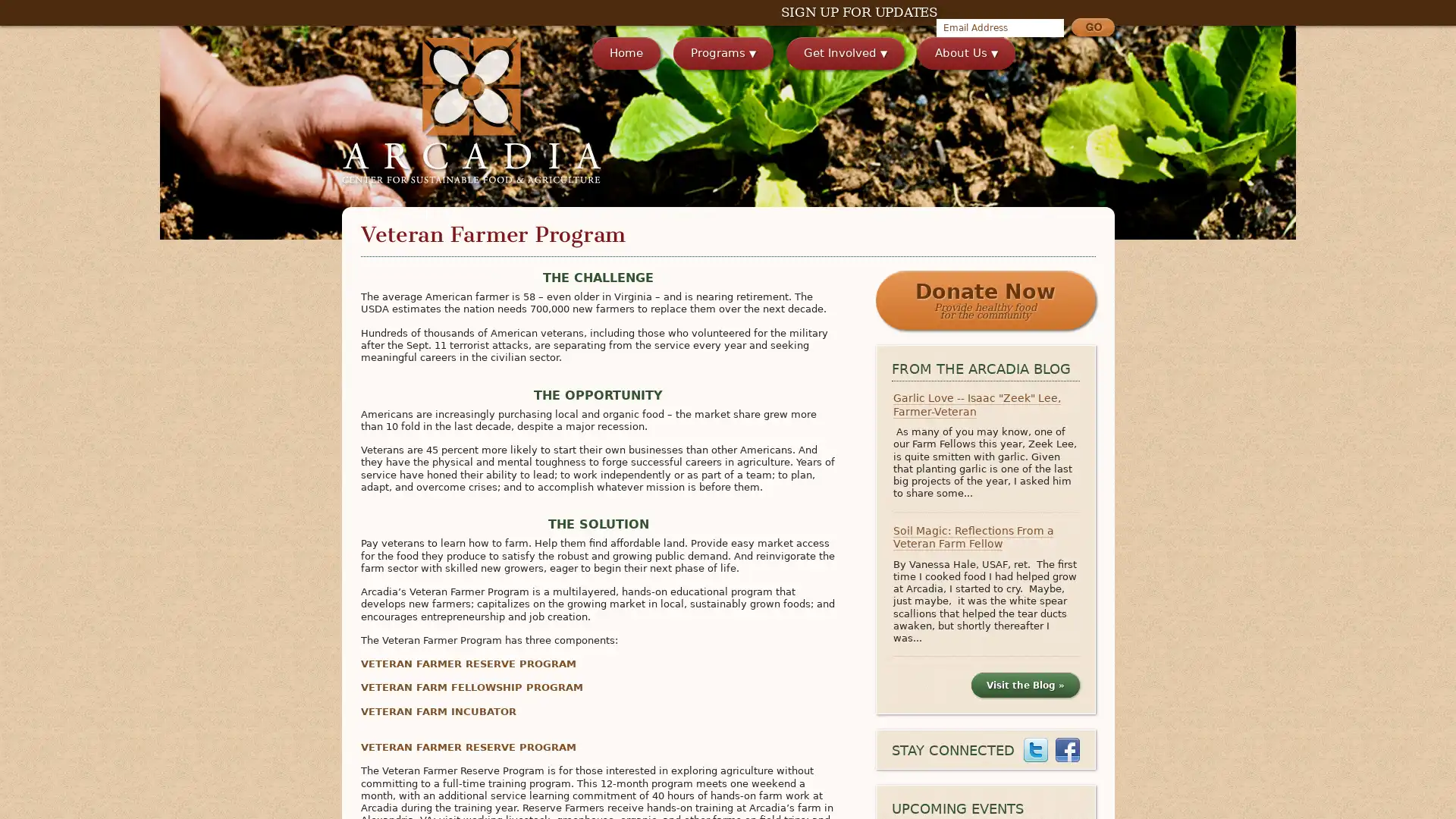  Describe the element at coordinates (1092, 29) in the screenshot. I see `Submit` at that location.